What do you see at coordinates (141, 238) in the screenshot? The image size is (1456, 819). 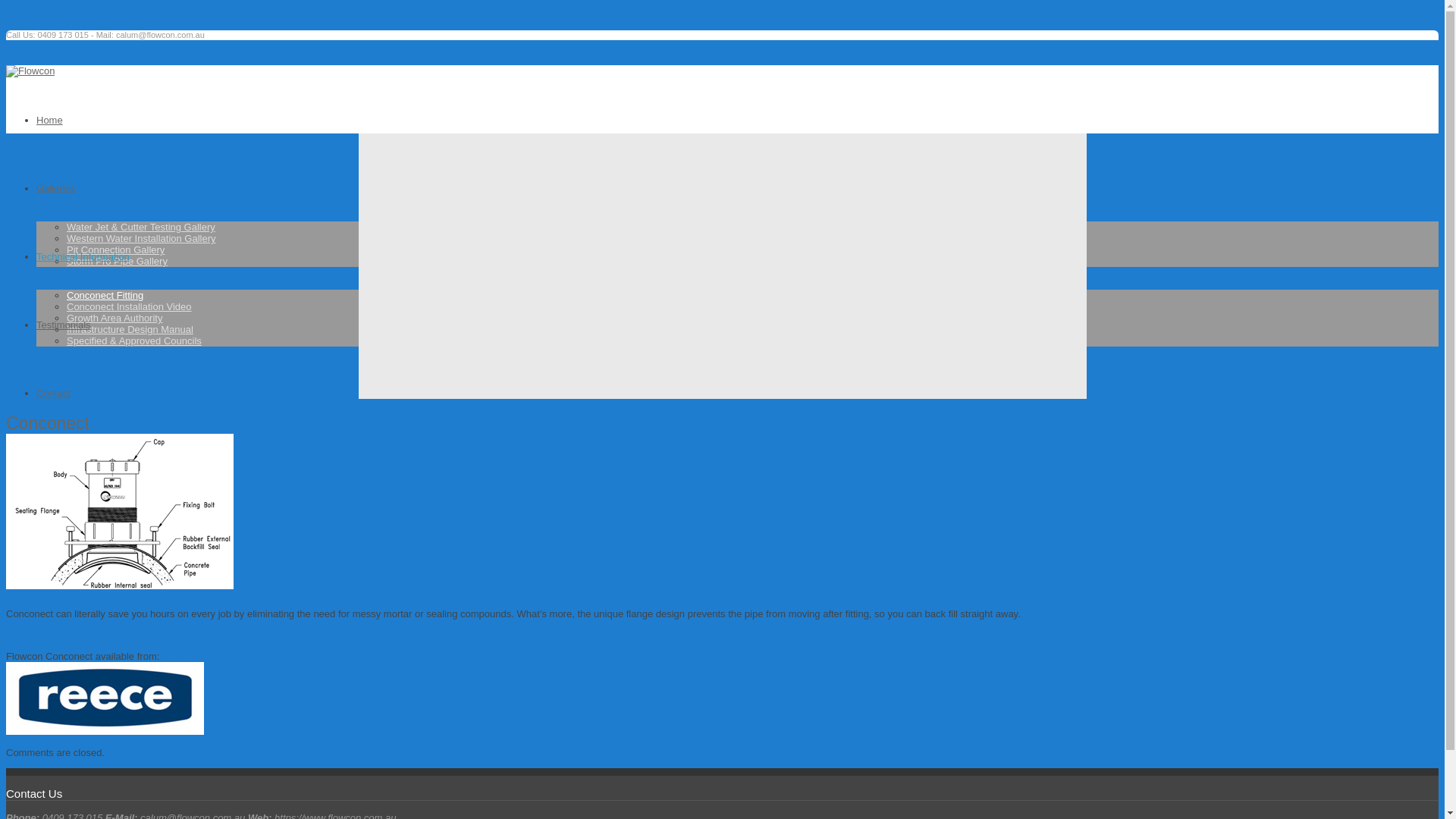 I see `'Western Water Installation Gallery'` at bounding box center [141, 238].